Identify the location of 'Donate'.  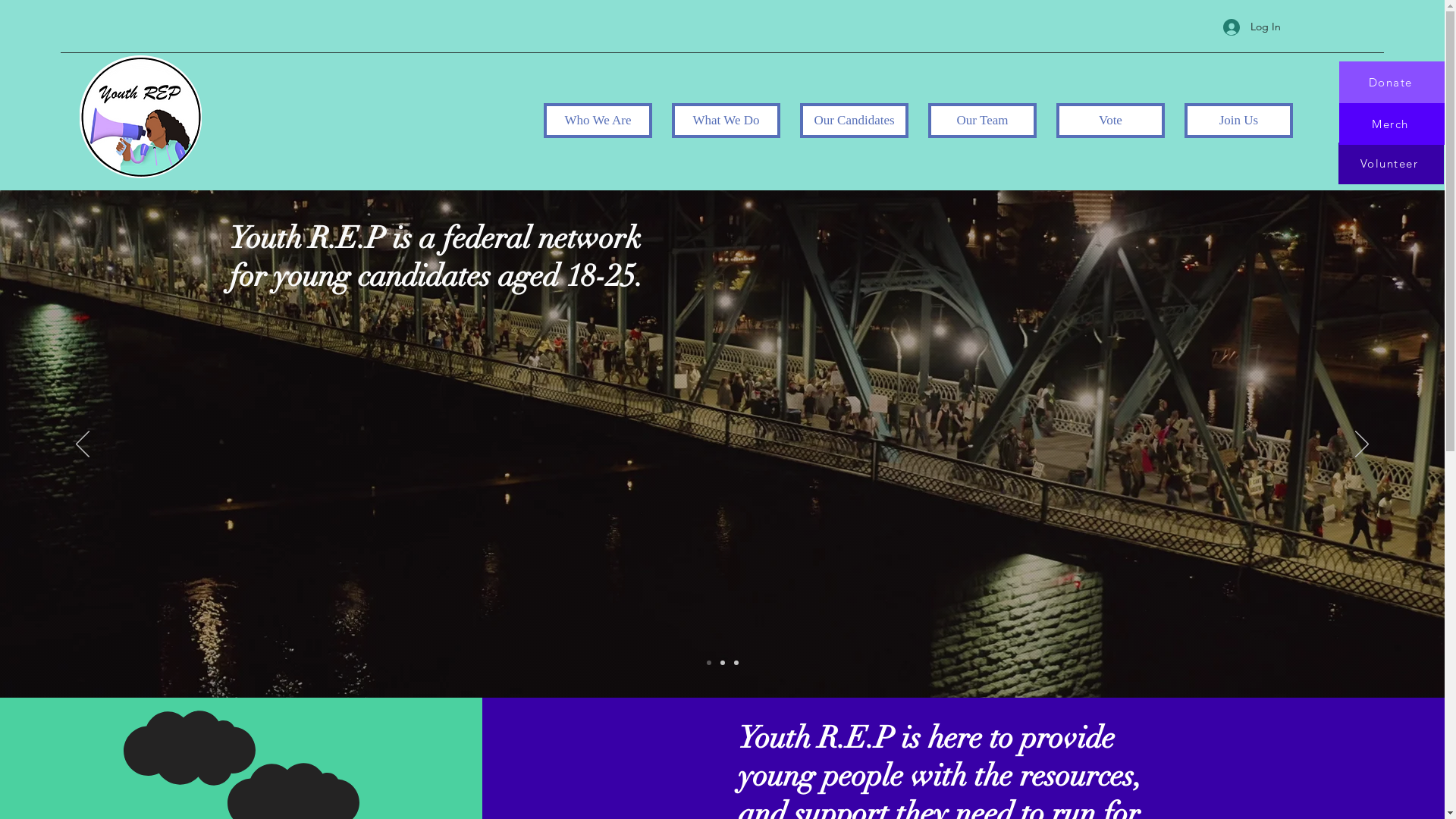
(1392, 82).